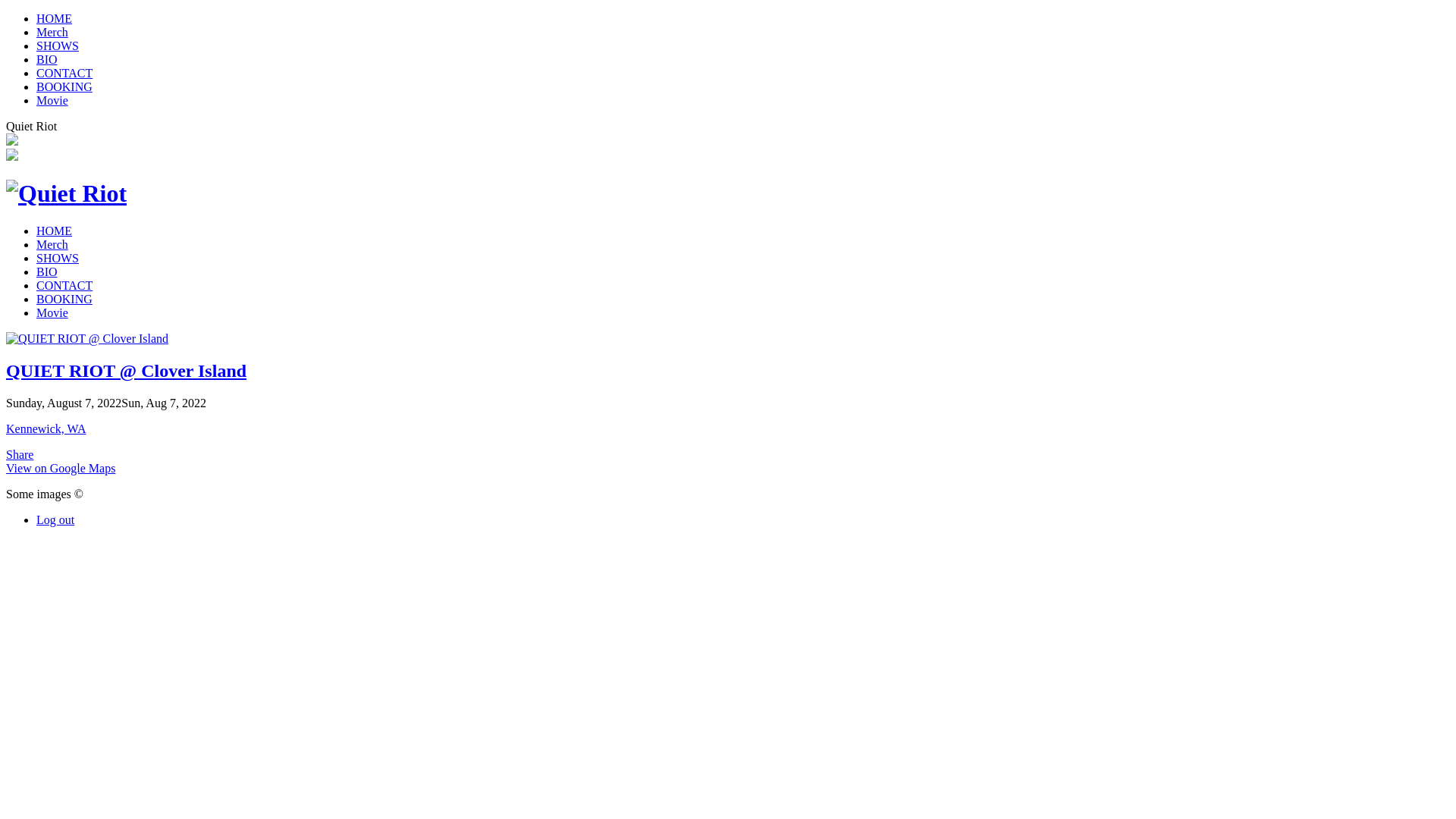 The image size is (1456, 819). I want to click on 'SHOWS', so click(58, 45).